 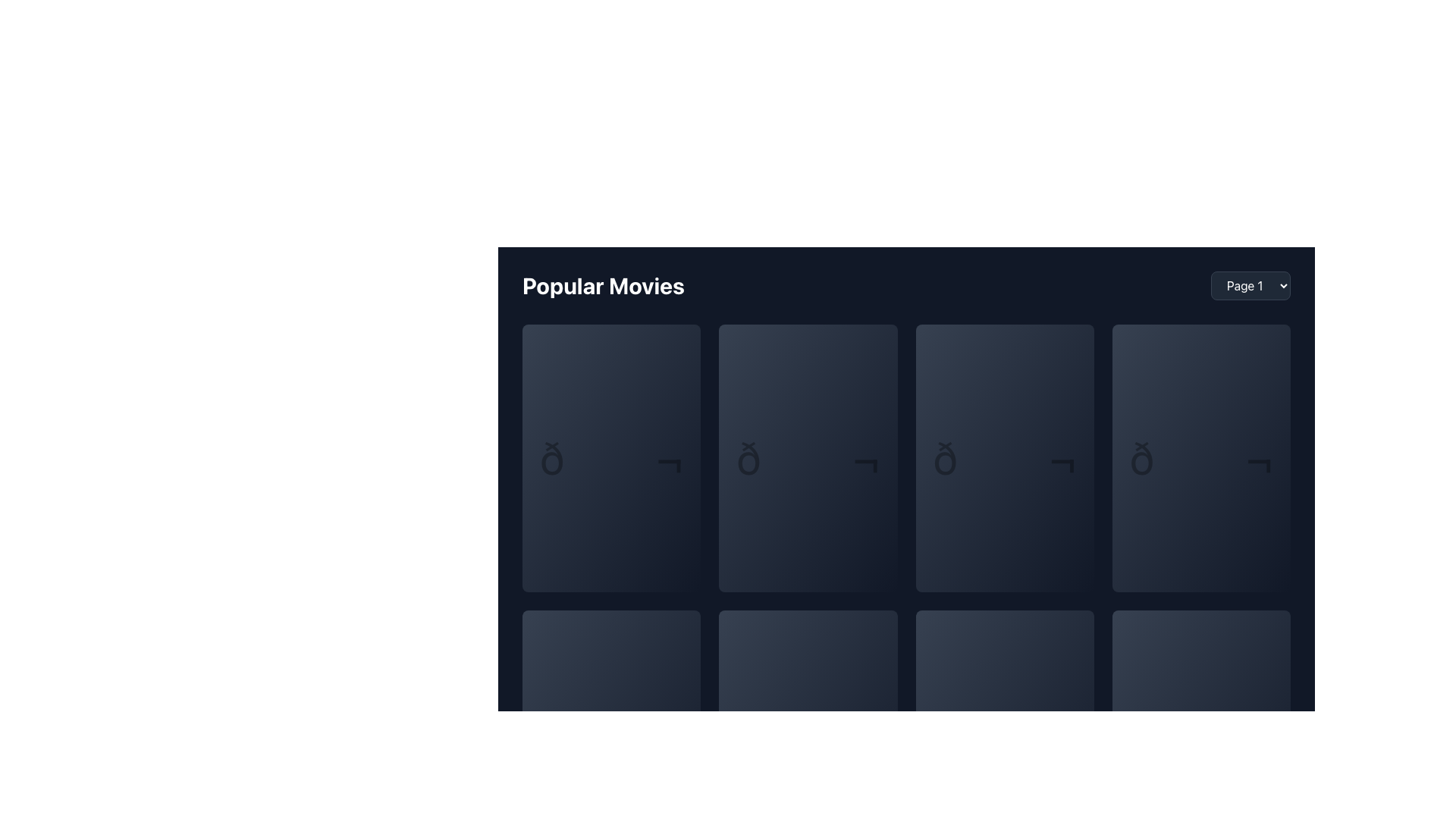 I want to click on the card representing an item in a list or gallery located in the first row, third column of a grid layout, so click(x=1005, y=457).